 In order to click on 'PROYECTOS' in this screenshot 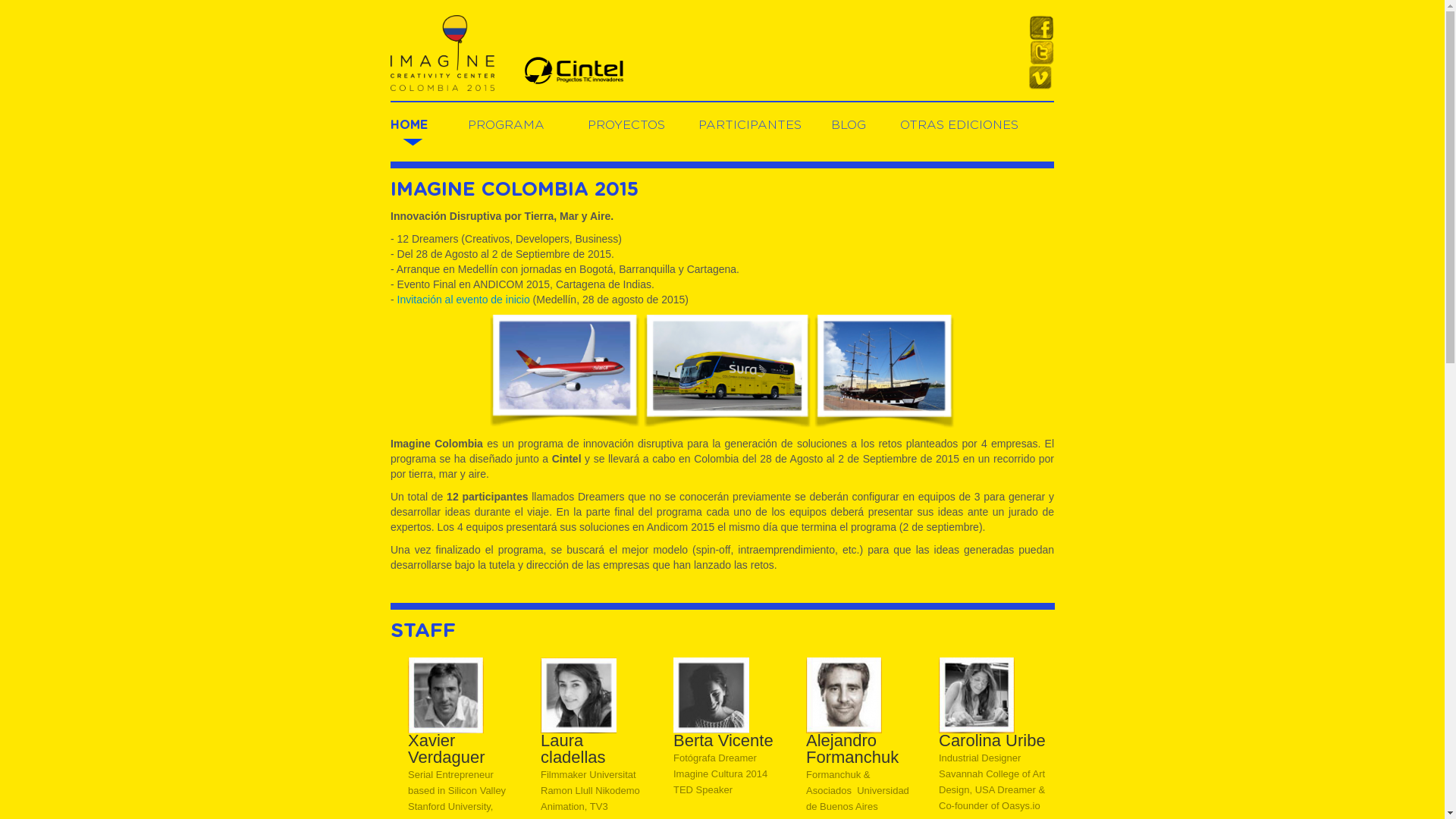, I will do `click(626, 124)`.